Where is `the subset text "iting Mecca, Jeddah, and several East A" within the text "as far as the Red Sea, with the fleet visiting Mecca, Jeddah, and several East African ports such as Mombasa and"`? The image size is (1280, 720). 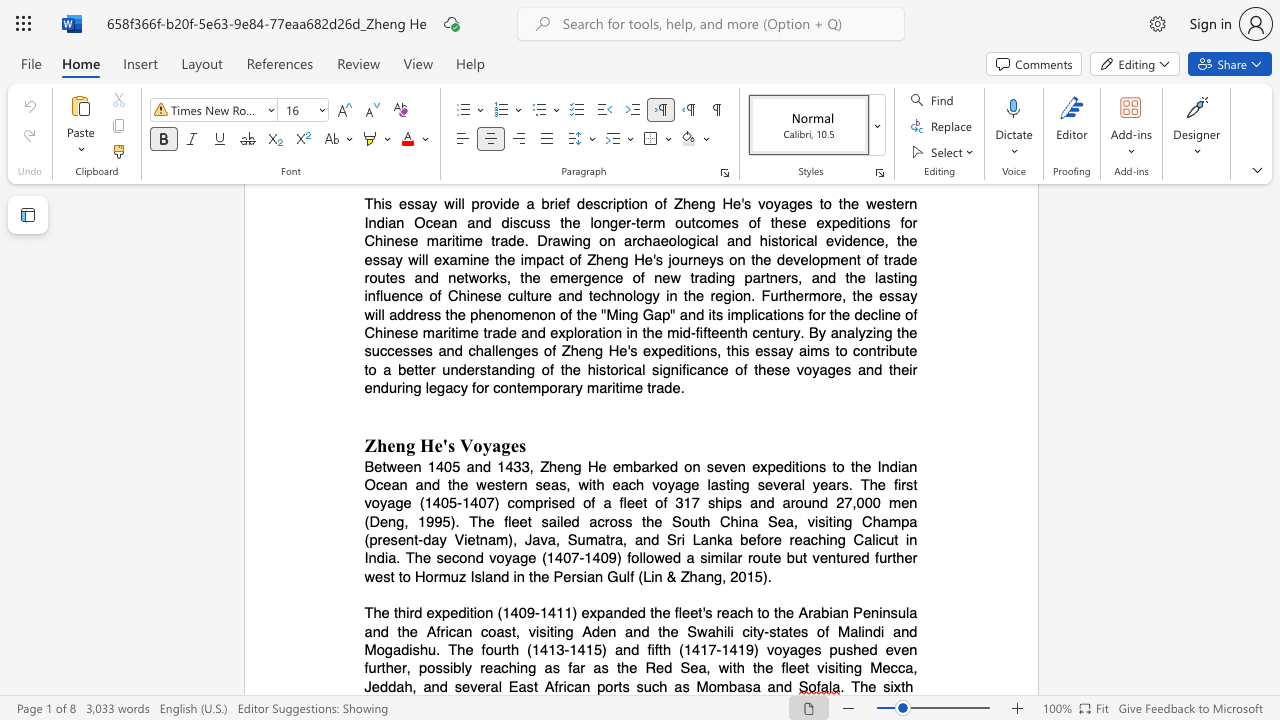
the subset text "iting Mecca, Jeddah, and several East A" within the text "as far as the Red Sea, with the fleet visiting Mecca, Jeddah, and several East African ports such as Mombasa and" is located at coordinates (835, 668).